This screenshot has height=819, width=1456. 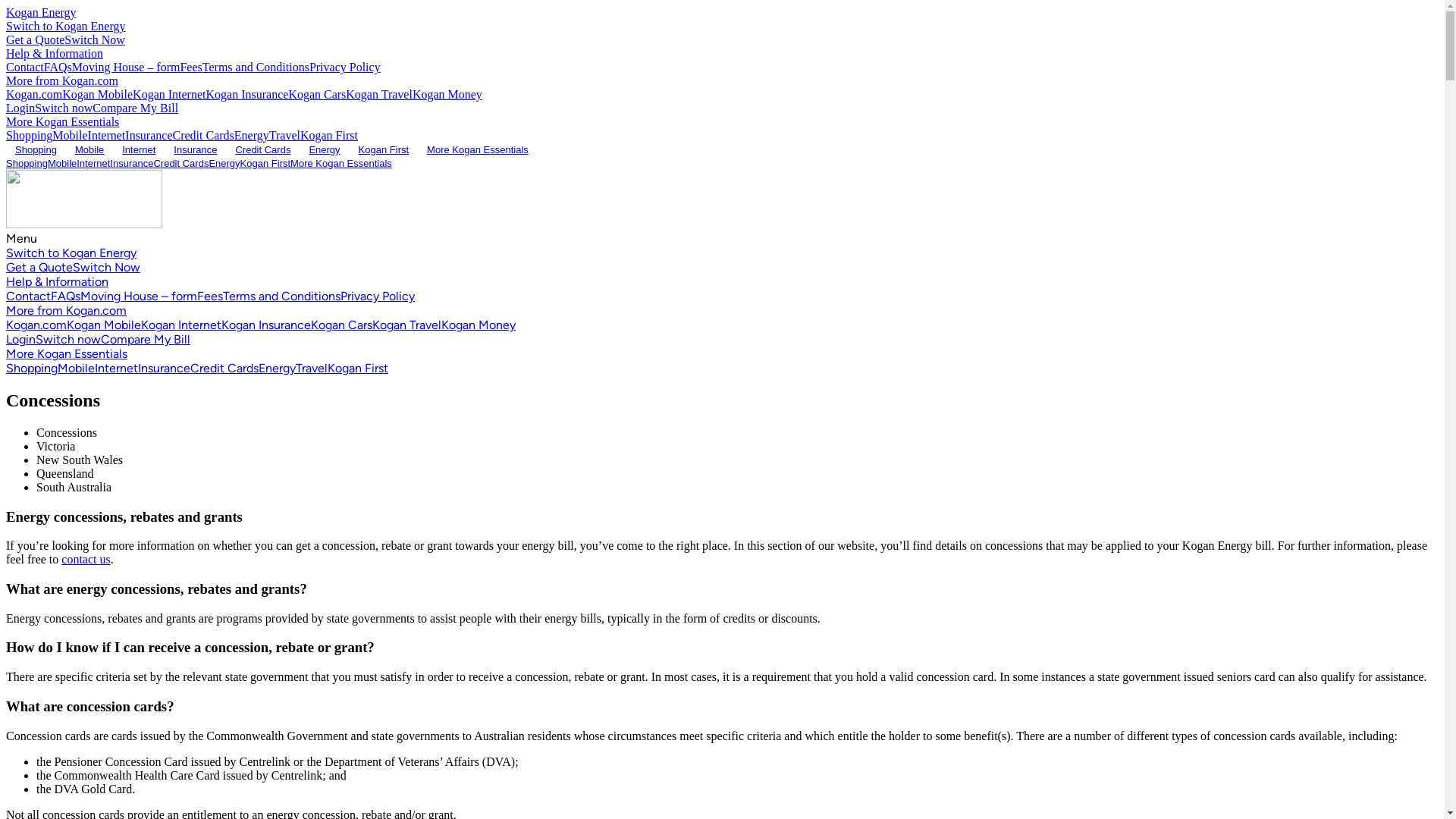 What do you see at coordinates (190, 66) in the screenshot?
I see `'Fees'` at bounding box center [190, 66].